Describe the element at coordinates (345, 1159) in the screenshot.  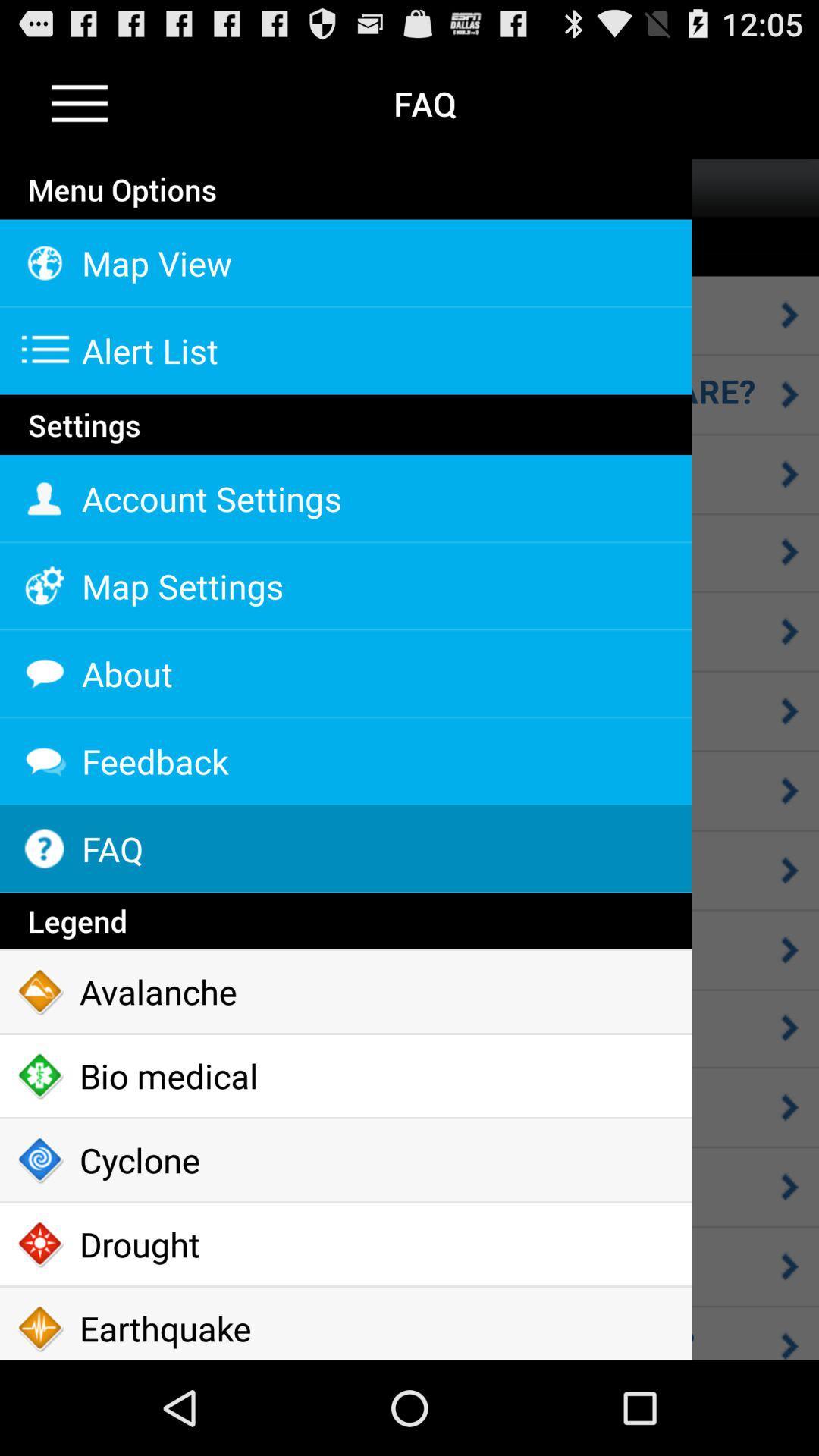
I see `icon above the drought icon` at that location.